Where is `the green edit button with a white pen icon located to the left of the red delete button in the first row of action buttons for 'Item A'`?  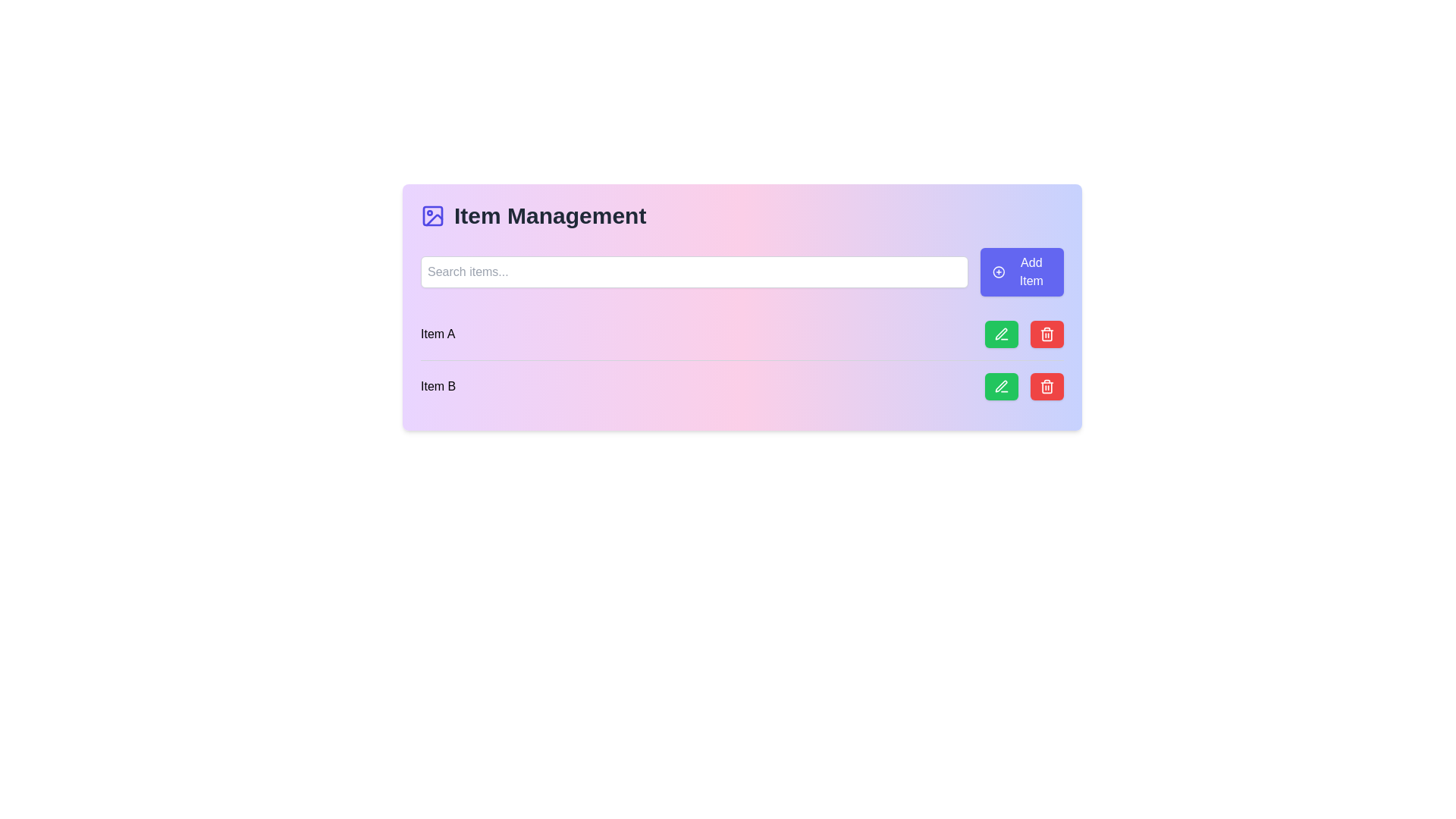
the green edit button with a white pen icon located to the left of the red delete button in the first row of action buttons for 'Item A' is located at coordinates (1001, 333).